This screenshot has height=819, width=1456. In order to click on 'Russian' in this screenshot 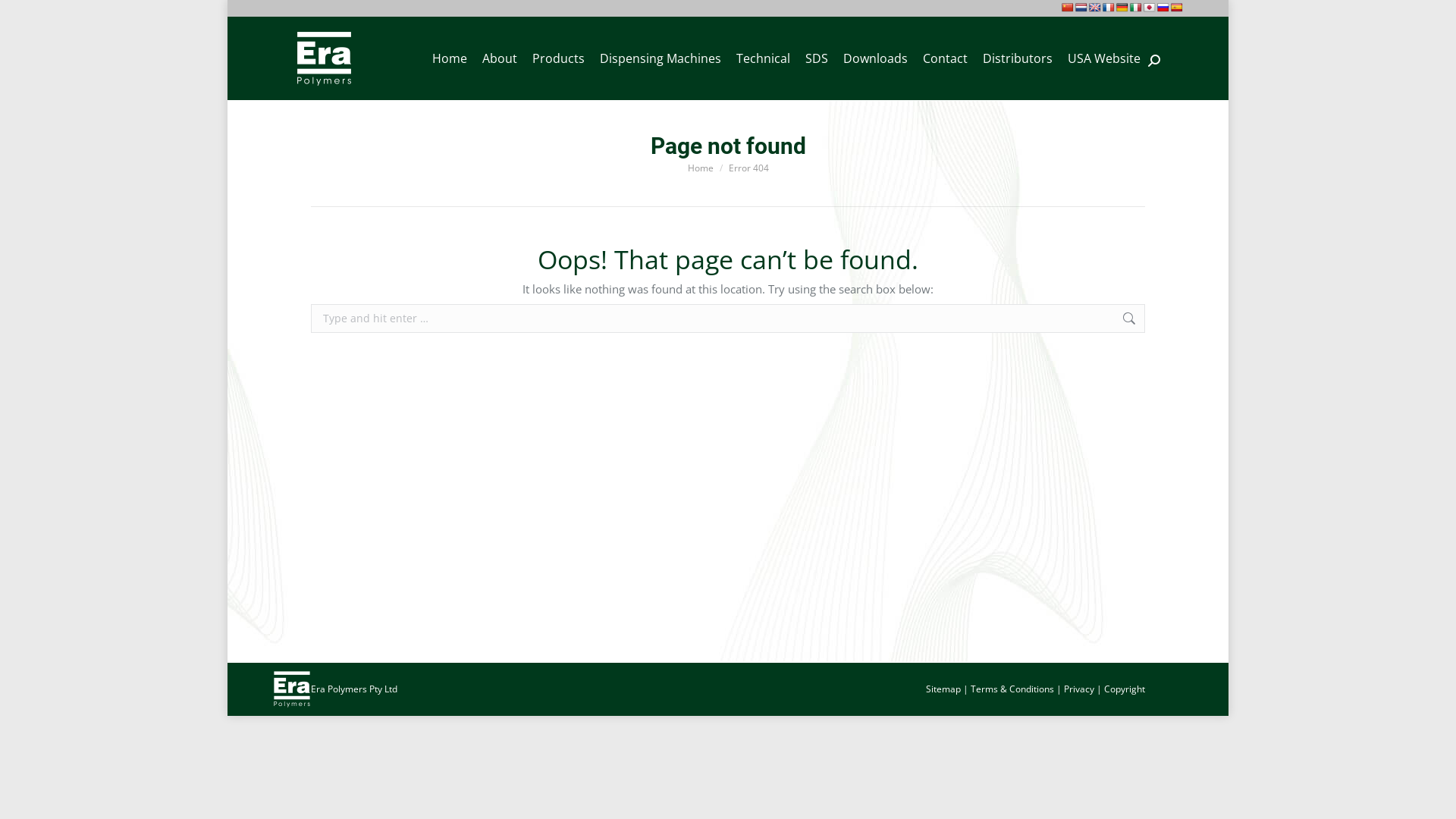, I will do `click(1156, 8)`.